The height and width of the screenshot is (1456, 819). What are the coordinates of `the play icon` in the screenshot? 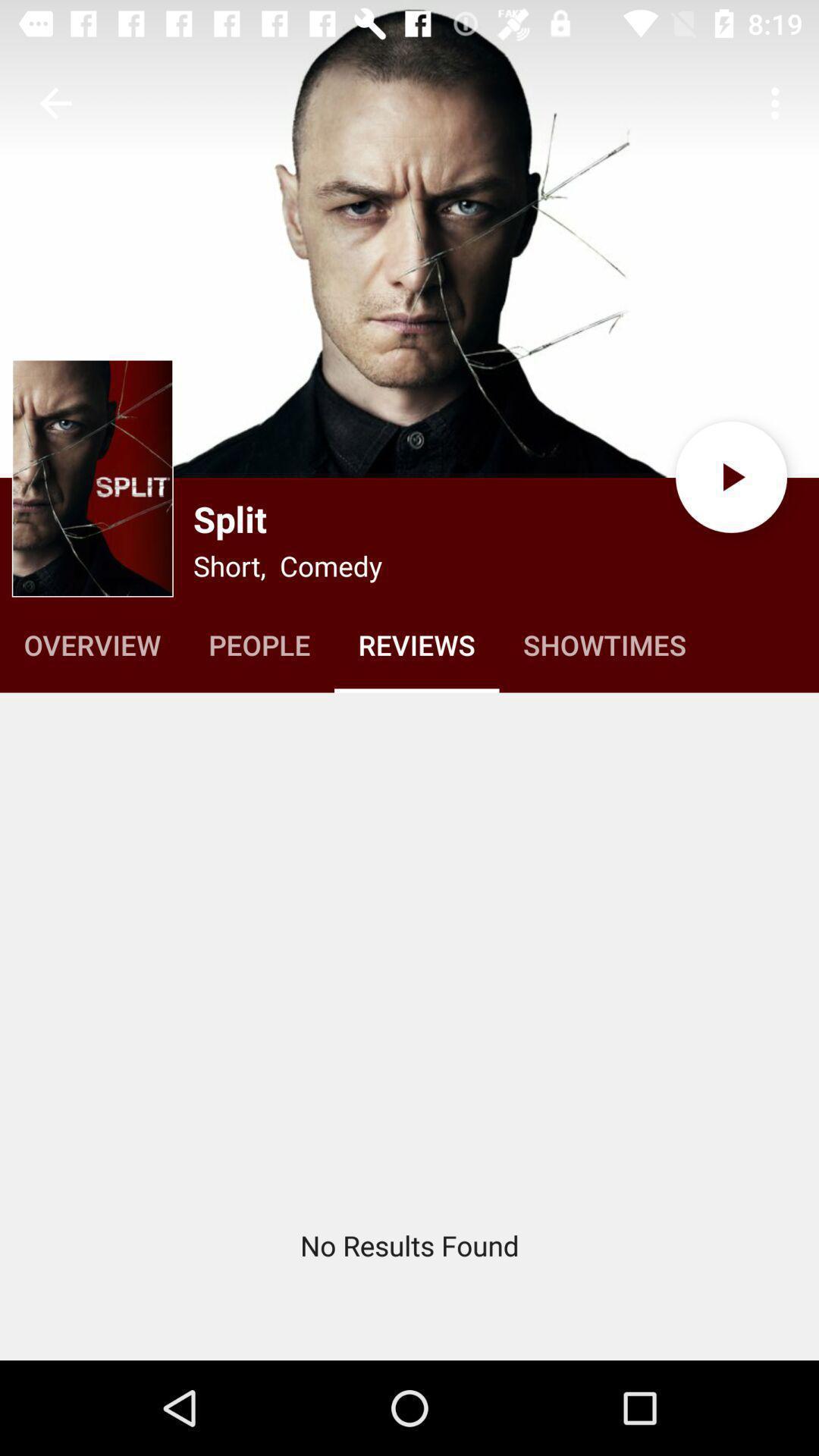 It's located at (730, 476).